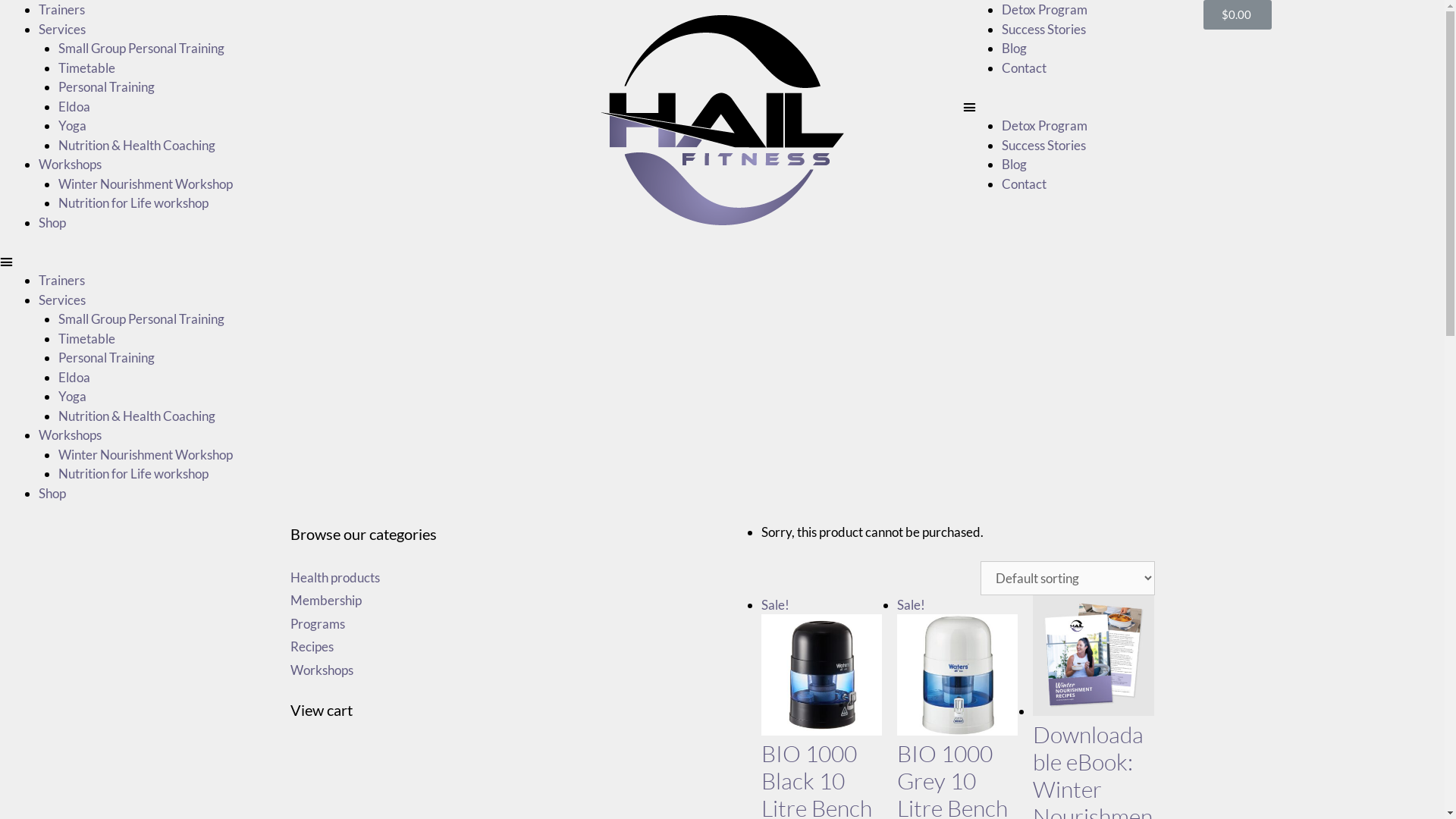 The image size is (1456, 819). I want to click on 'Trainers', so click(39, 9).